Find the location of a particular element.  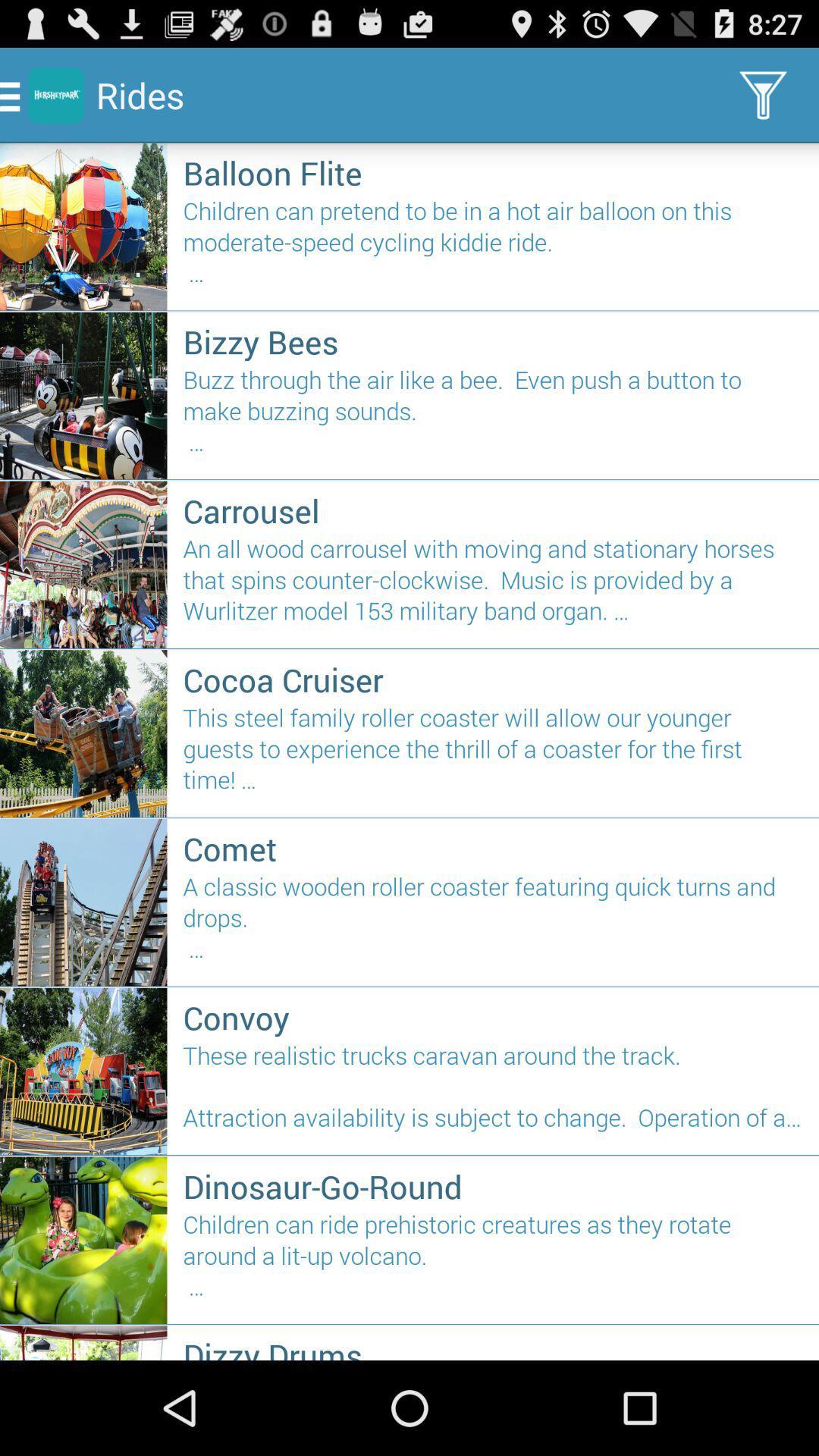

dinosaur-go-round icon is located at coordinates (493, 1185).